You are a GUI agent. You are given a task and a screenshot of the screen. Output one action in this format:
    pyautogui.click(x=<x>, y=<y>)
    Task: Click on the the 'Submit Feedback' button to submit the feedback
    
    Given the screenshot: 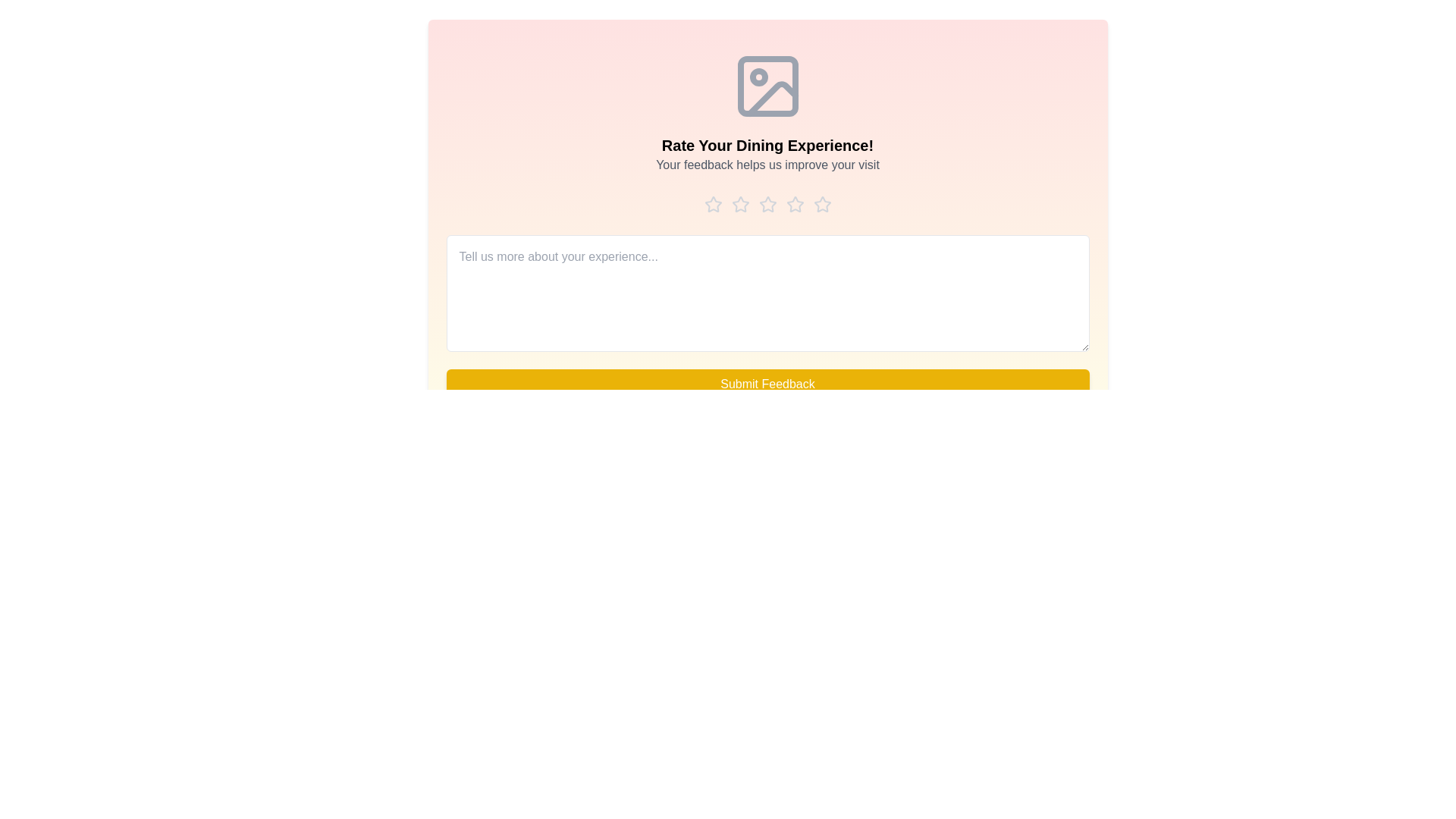 What is the action you would take?
    pyautogui.click(x=767, y=383)
    